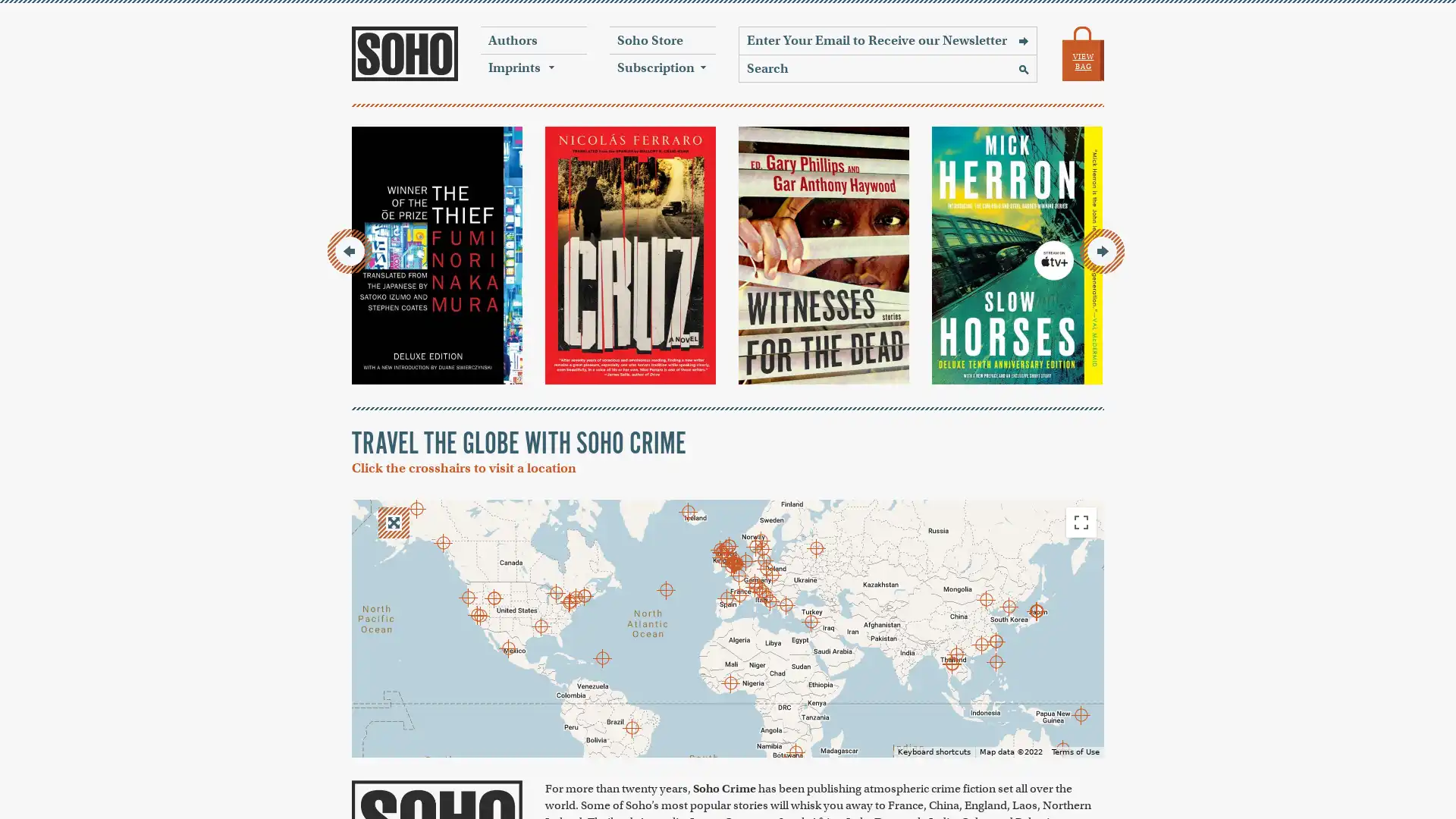 This screenshot has width=1456, height=819. What do you see at coordinates (1023, 67) in the screenshot?
I see `Search` at bounding box center [1023, 67].